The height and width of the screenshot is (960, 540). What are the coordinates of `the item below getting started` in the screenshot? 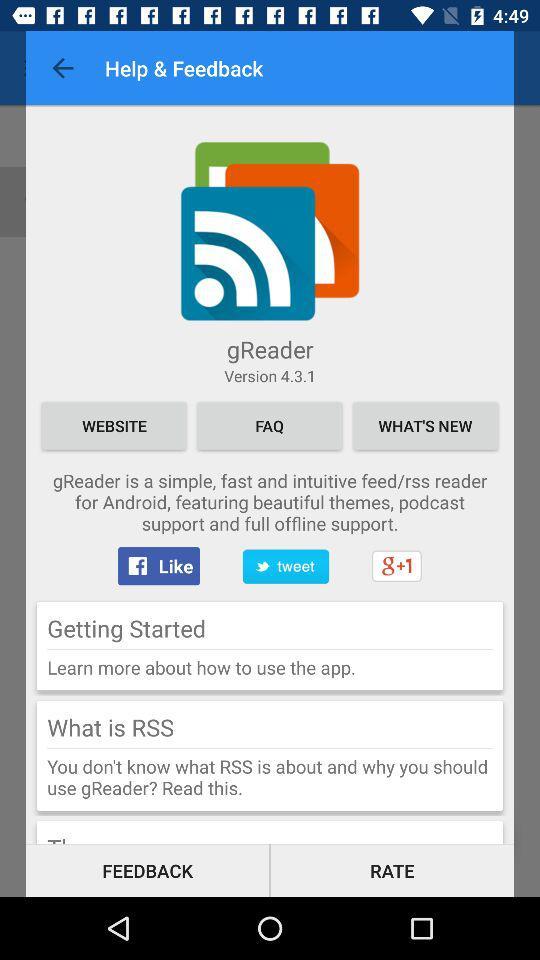 It's located at (270, 648).